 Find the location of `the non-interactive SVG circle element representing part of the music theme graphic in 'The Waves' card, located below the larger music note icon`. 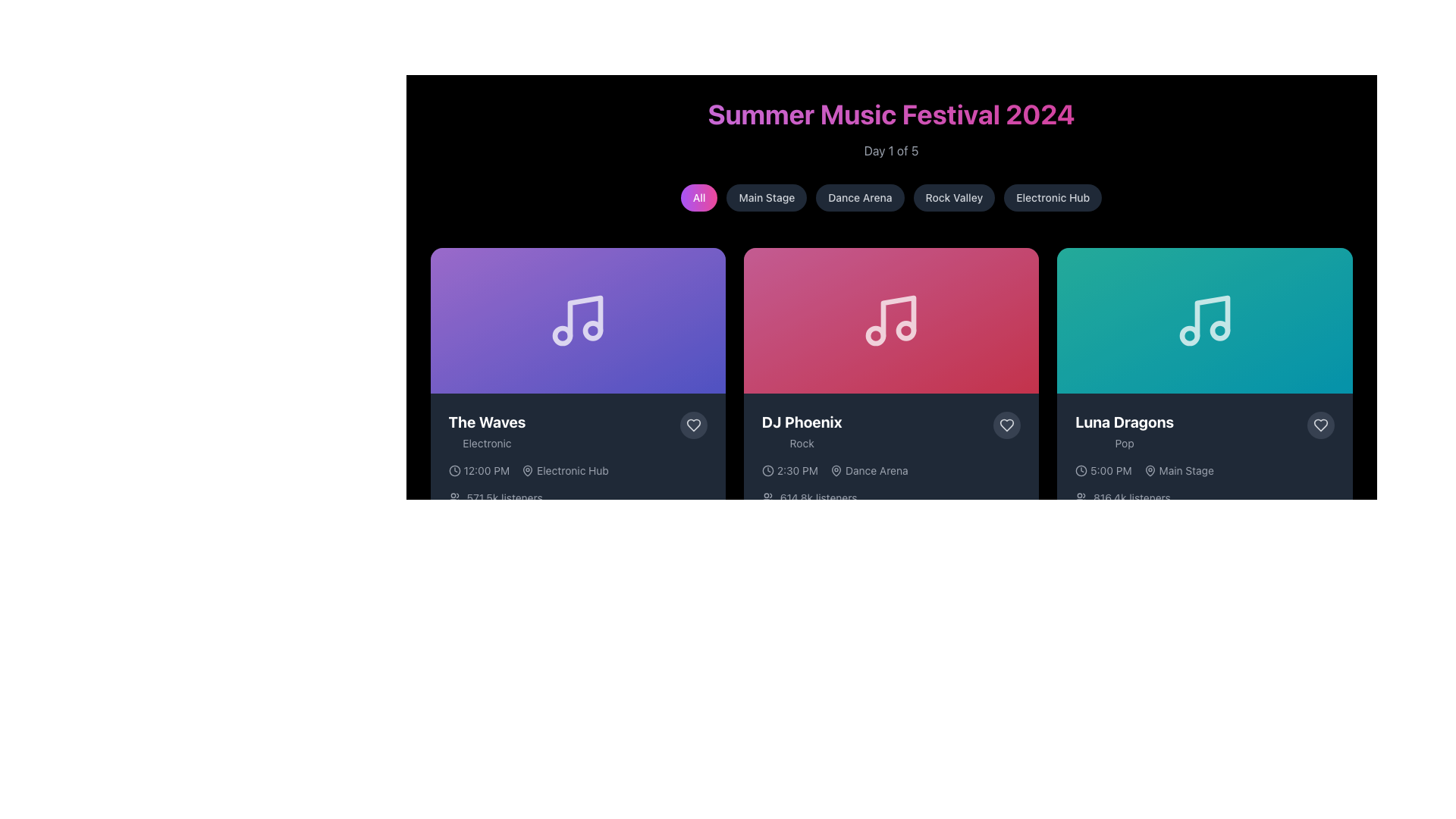

the non-interactive SVG circle element representing part of the music theme graphic in 'The Waves' card, located below the larger music note icon is located at coordinates (562, 335).